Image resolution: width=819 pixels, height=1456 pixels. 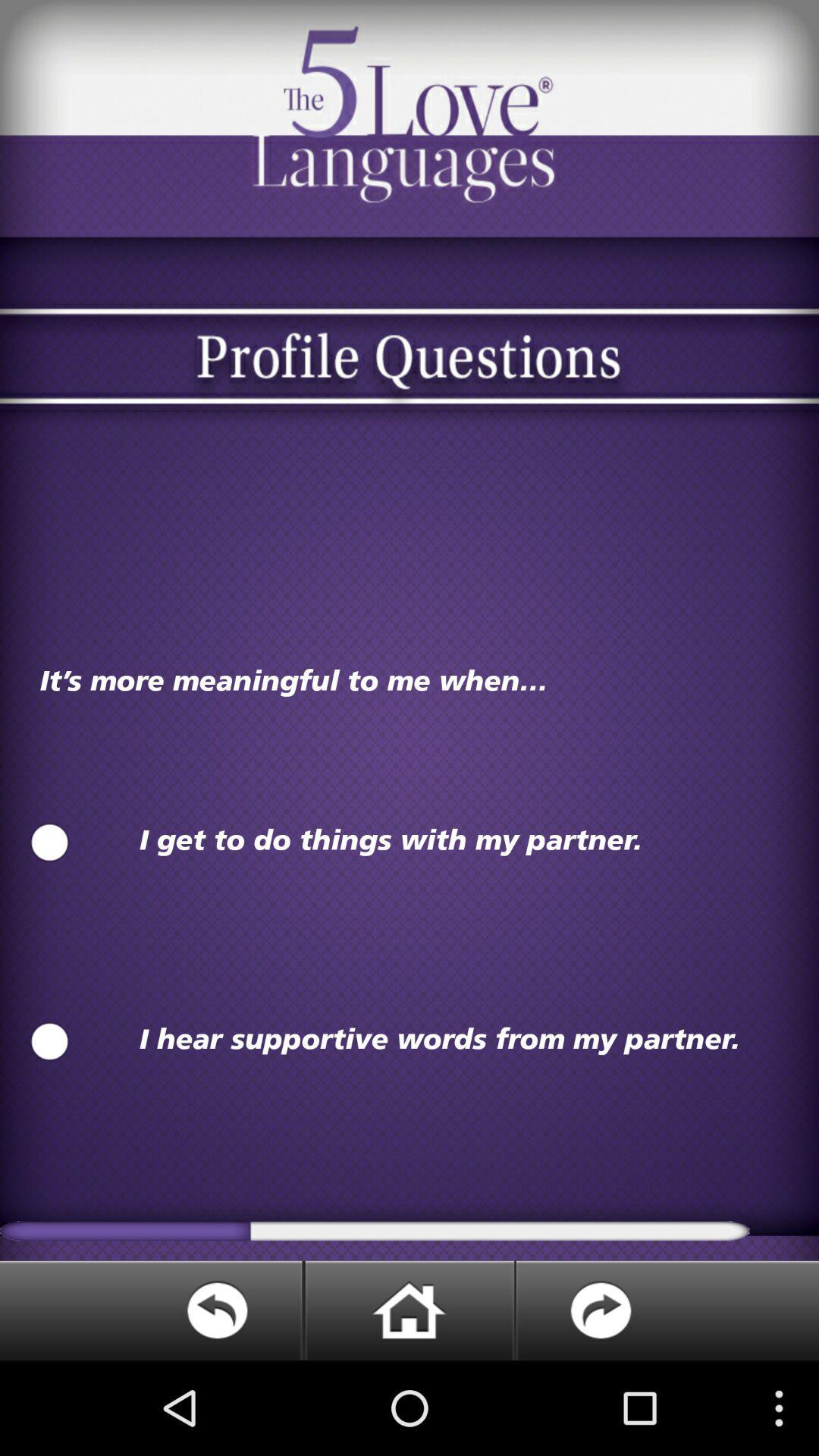 What do you see at coordinates (49, 842) in the screenshot?
I see `radio u button` at bounding box center [49, 842].